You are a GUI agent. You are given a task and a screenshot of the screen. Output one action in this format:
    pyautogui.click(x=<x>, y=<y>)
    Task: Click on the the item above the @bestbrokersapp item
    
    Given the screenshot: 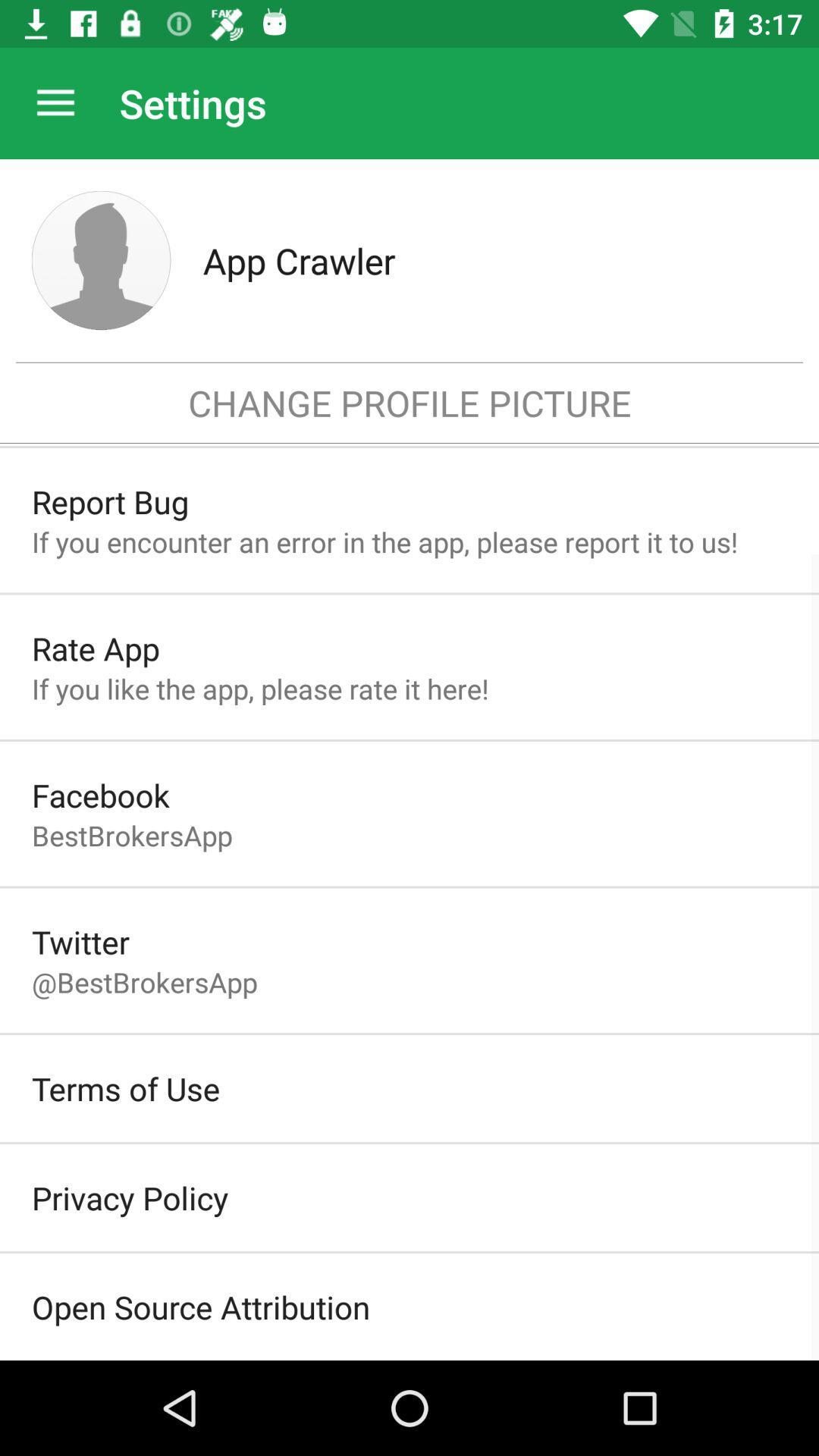 What is the action you would take?
    pyautogui.click(x=80, y=941)
    